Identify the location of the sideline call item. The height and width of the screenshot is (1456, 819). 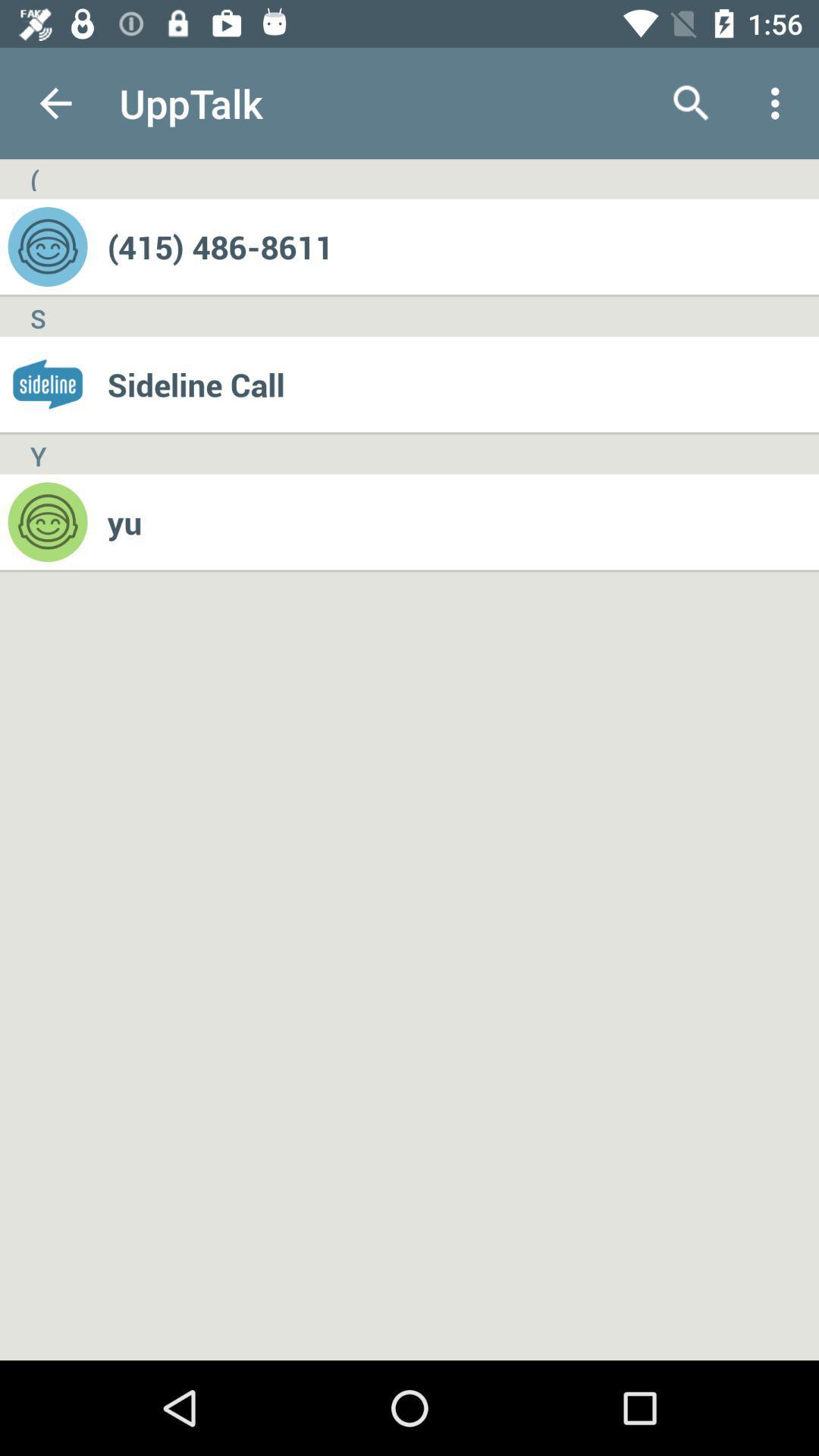
(462, 384).